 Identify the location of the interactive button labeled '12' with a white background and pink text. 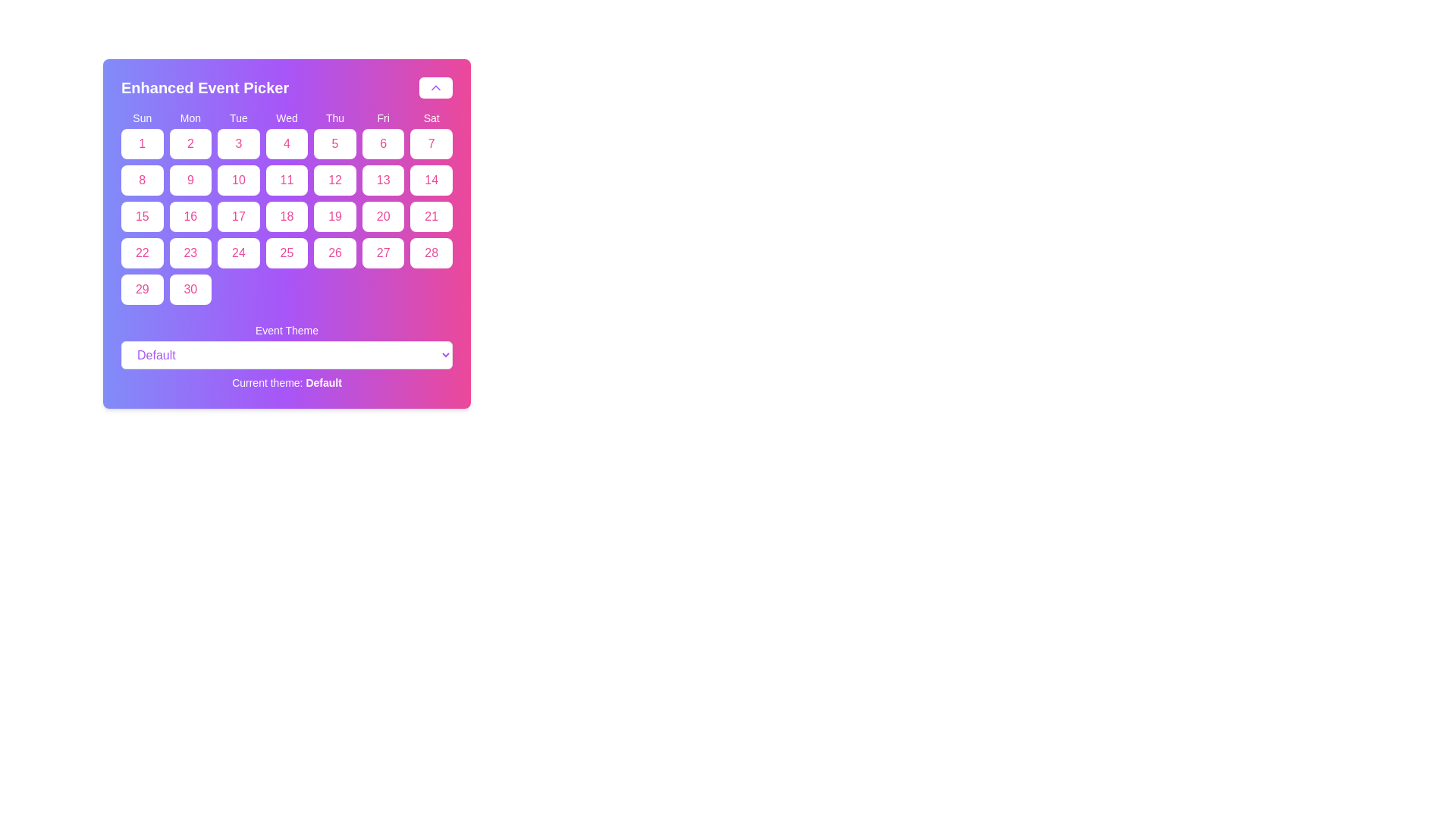
(334, 180).